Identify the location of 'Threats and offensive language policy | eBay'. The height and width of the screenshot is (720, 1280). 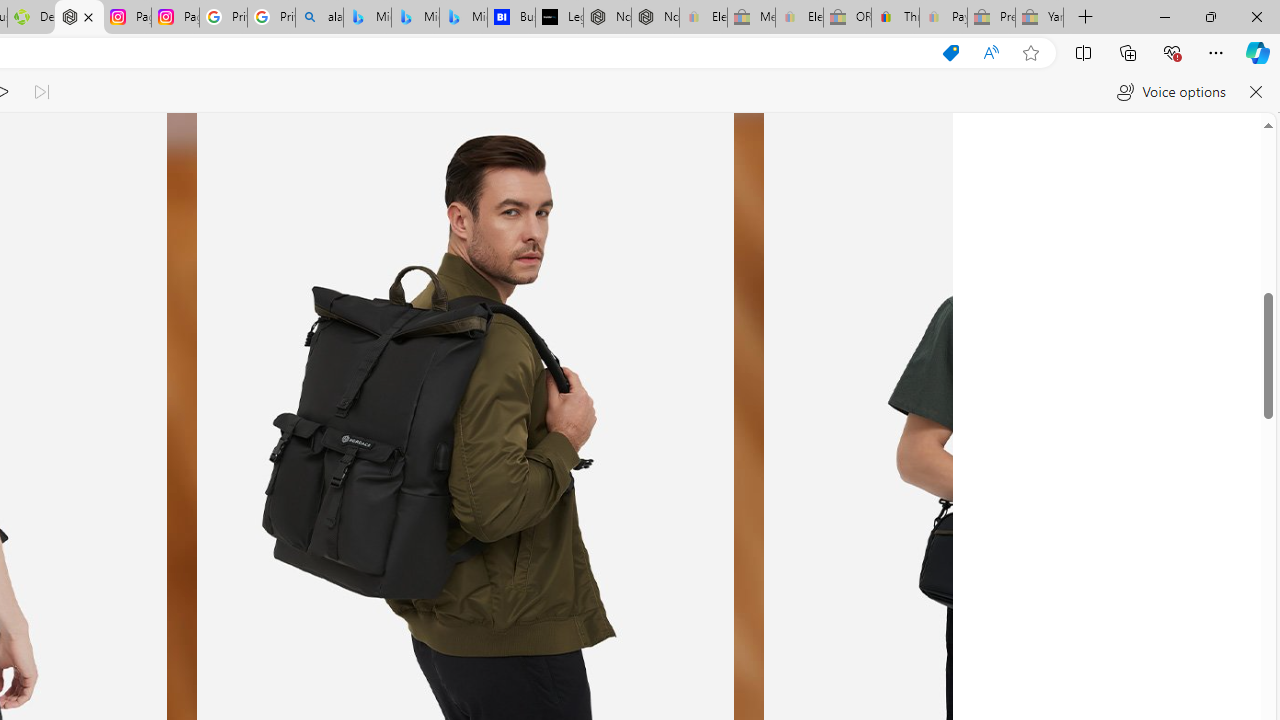
(894, 17).